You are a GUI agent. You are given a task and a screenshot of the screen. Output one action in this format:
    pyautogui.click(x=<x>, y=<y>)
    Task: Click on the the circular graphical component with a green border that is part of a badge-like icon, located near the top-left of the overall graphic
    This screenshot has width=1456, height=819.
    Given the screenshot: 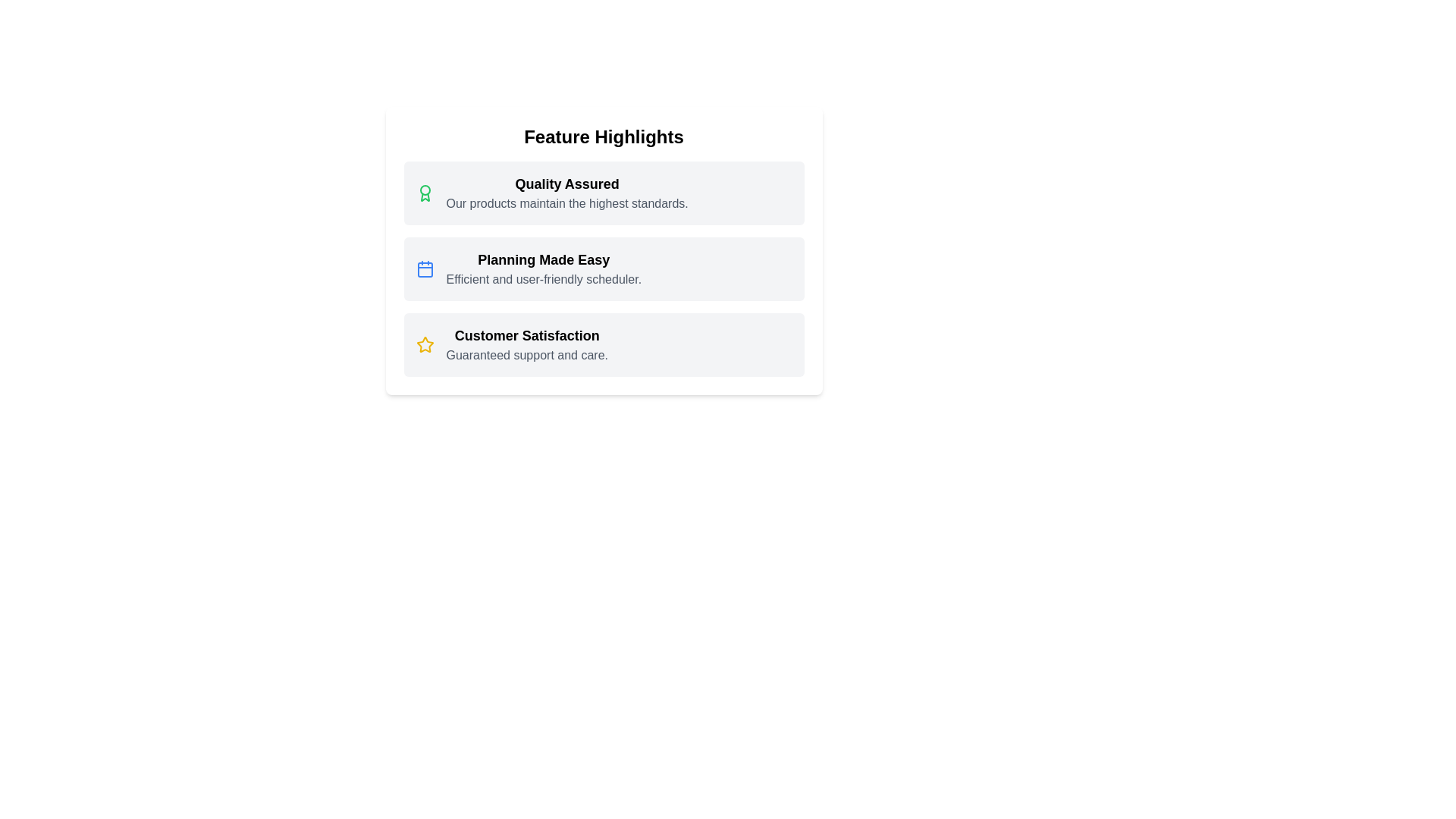 What is the action you would take?
    pyautogui.click(x=425, y=189)
    